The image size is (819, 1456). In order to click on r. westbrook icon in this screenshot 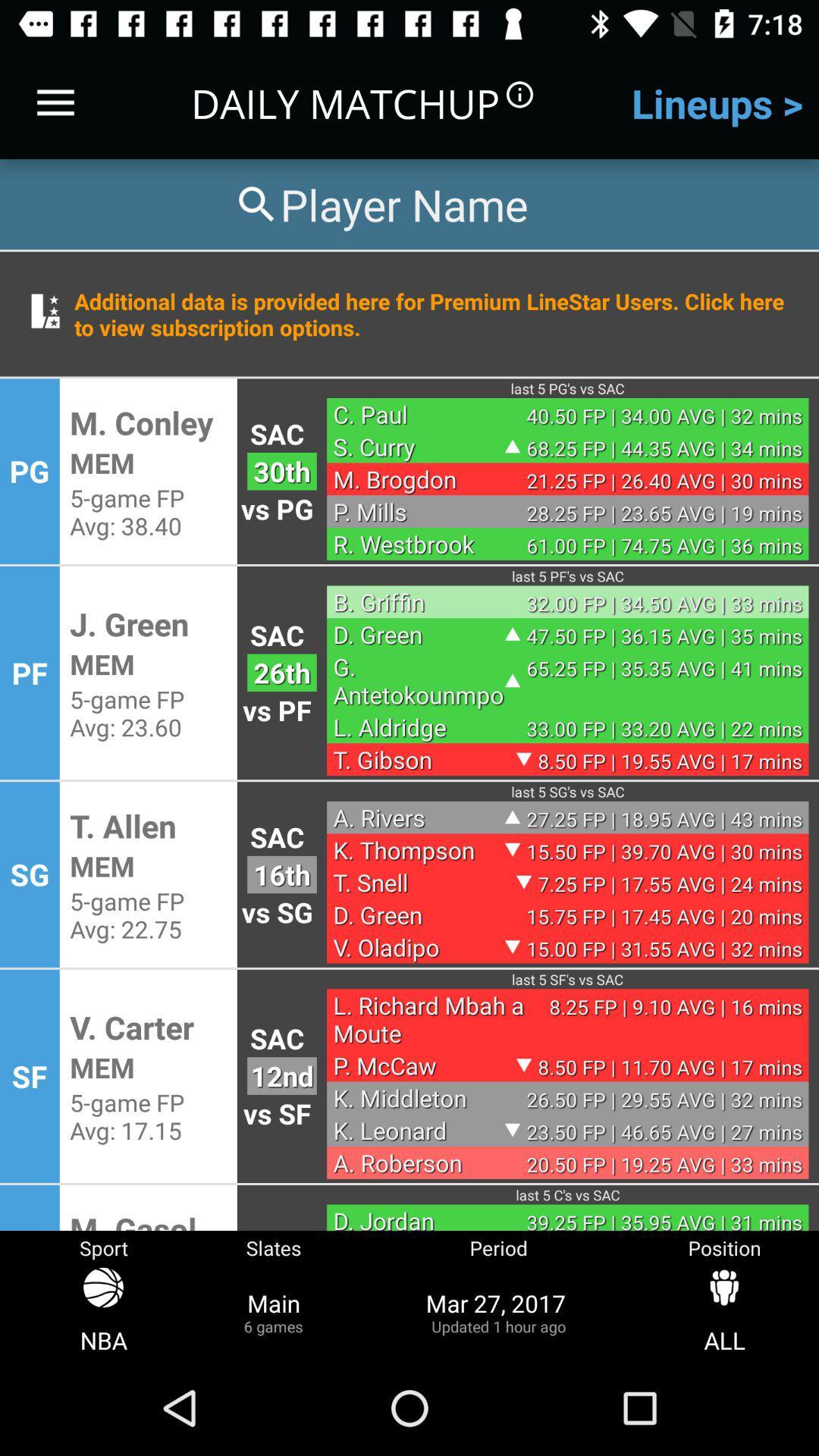, I will do `click(419, 544)`.